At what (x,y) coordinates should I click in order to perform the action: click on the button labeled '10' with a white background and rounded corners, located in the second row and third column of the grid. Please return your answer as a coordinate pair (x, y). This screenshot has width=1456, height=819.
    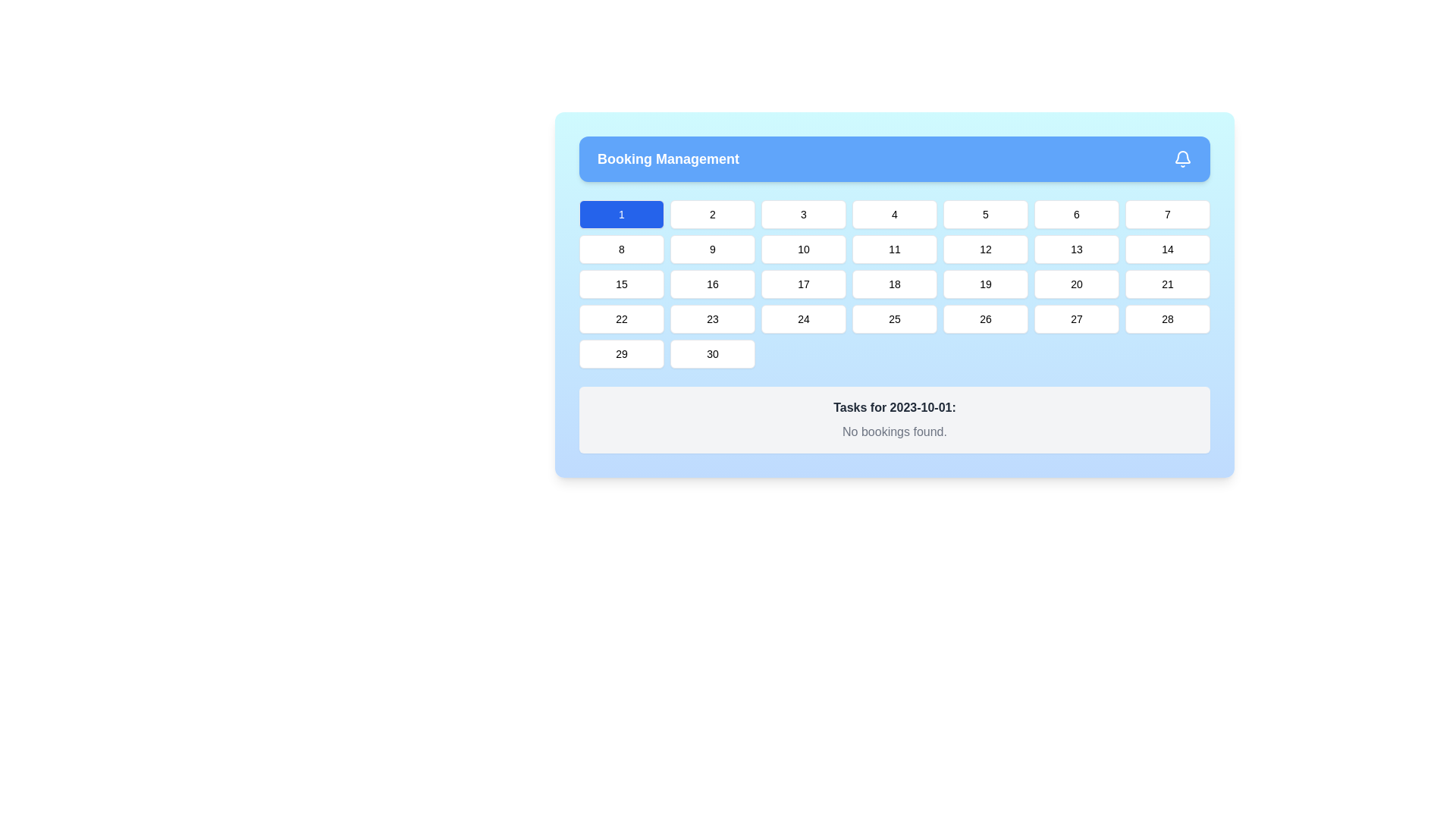
    Looking at the image, I should click on (803, 248).